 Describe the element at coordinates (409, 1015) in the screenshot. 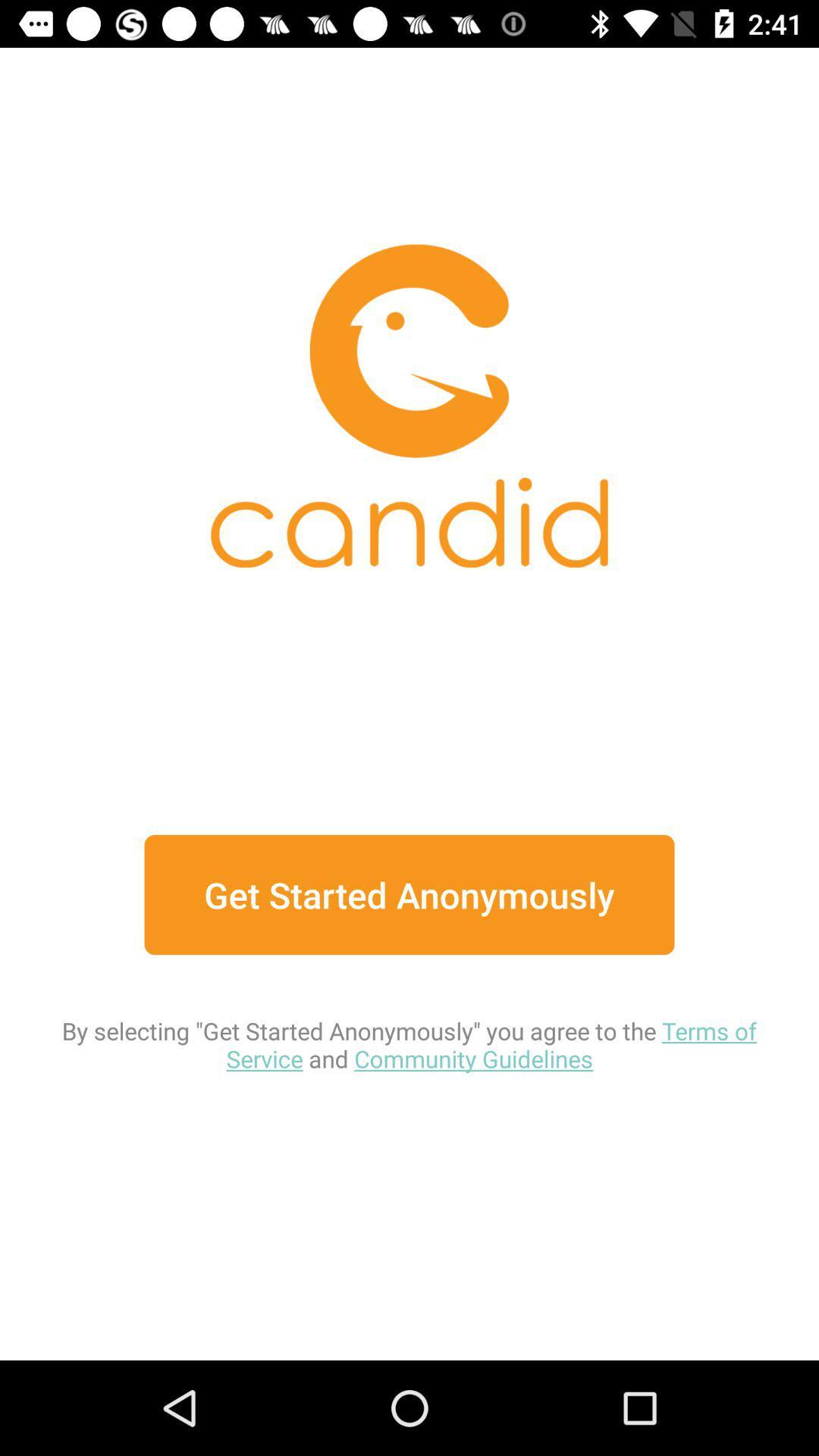

I see `the by selecting get item` at that location.